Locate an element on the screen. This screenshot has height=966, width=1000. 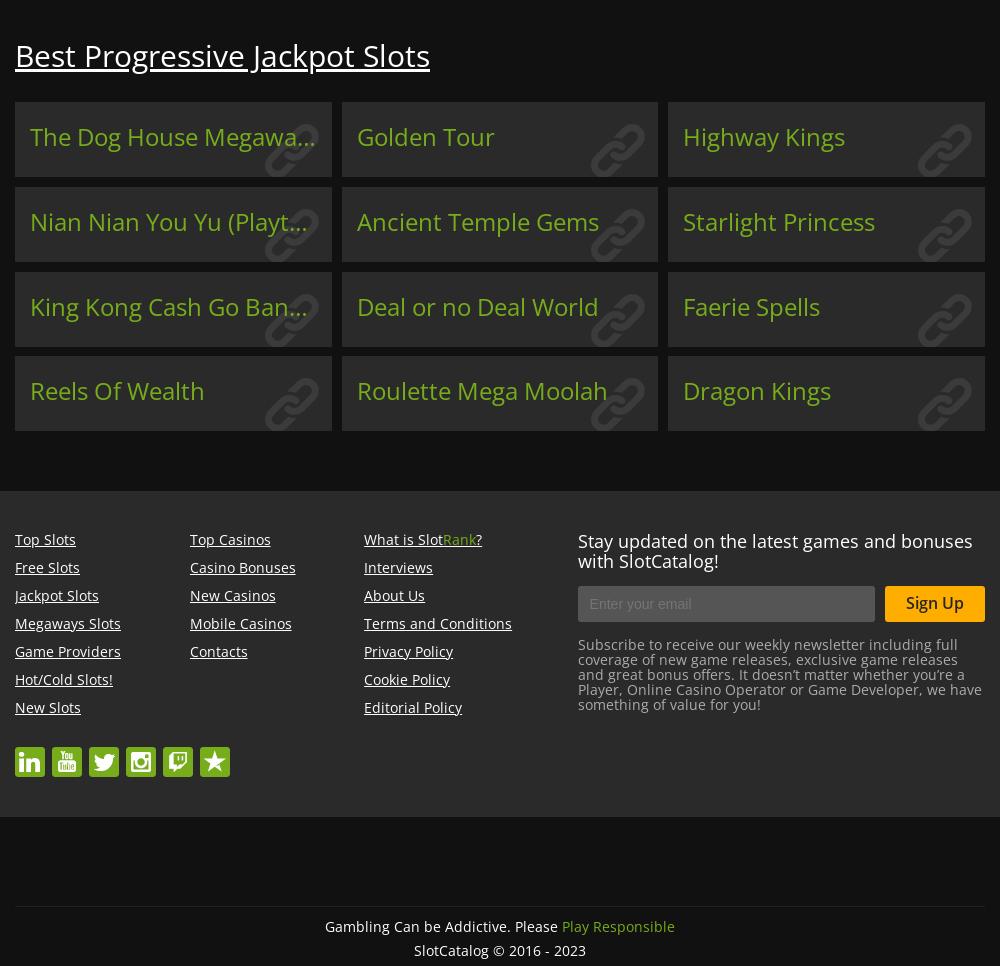
'Highway Kings' is located at coordinates (764, 135).